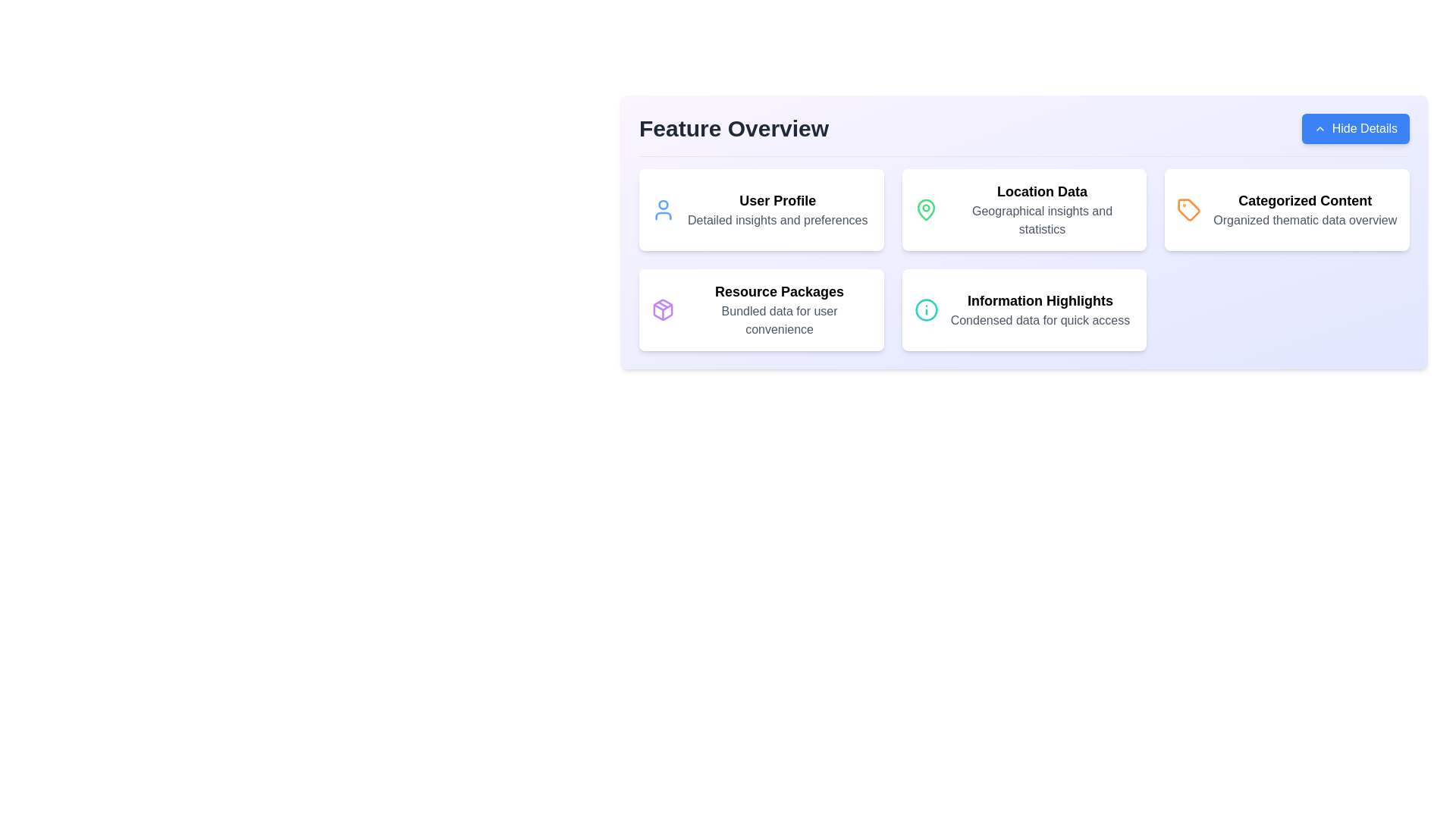  What do you see at coordinates (1188, 210) in the screenshot?
I see `the small orange tag icon located to the left of the 'Categorized Content' text within the 'Categorized Content' card as part of the card's visual identity` at bounding box center [1188, 210].